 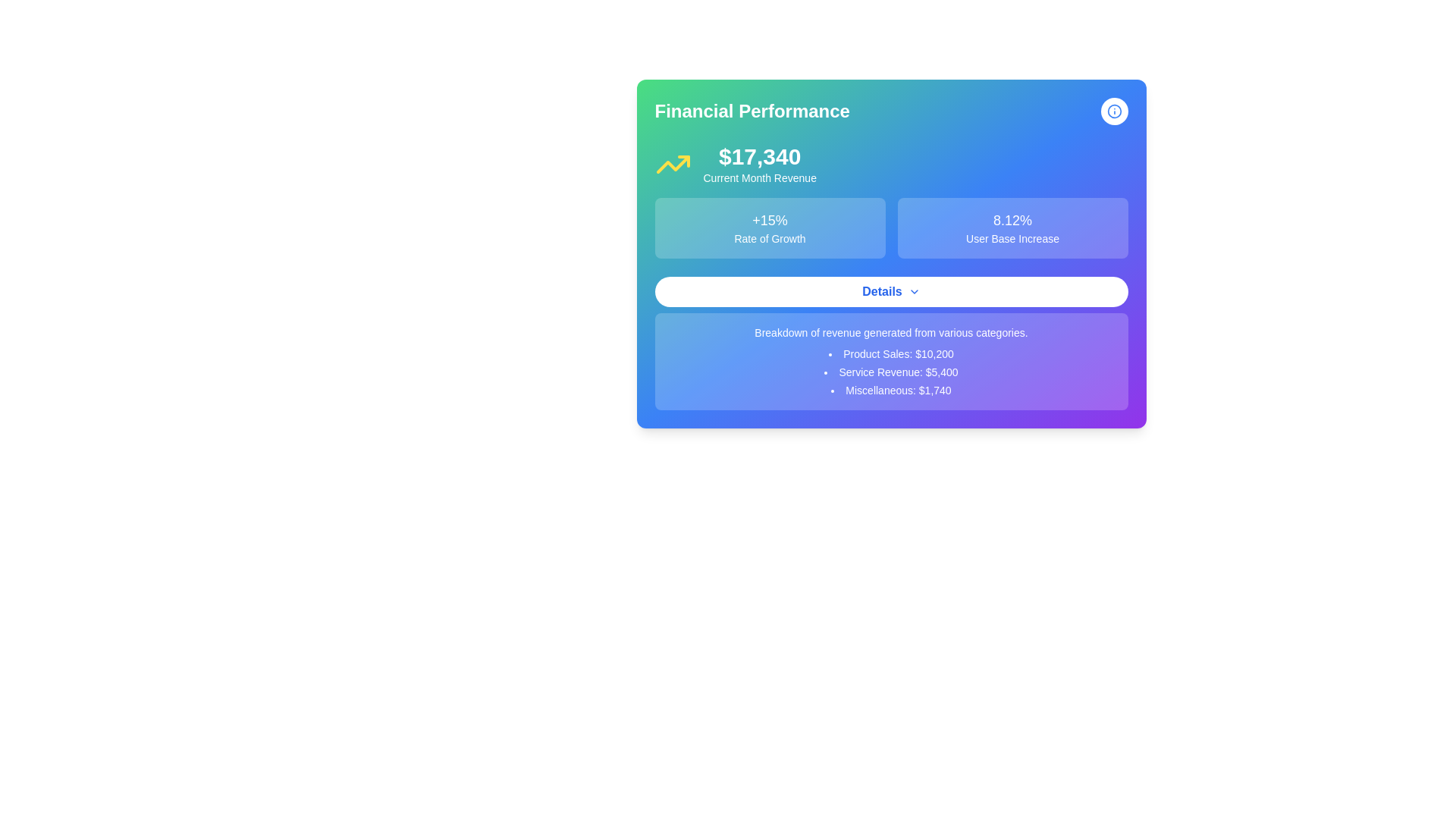 What do you see at coordinates (760, 164) in the screenshot?
I see `the Text Display that shows the current month's revenue, located at the upper-central part of the 'Financial Performance' card, below the yellow upward-trending arrow icon` at bounding box center [760, 164].